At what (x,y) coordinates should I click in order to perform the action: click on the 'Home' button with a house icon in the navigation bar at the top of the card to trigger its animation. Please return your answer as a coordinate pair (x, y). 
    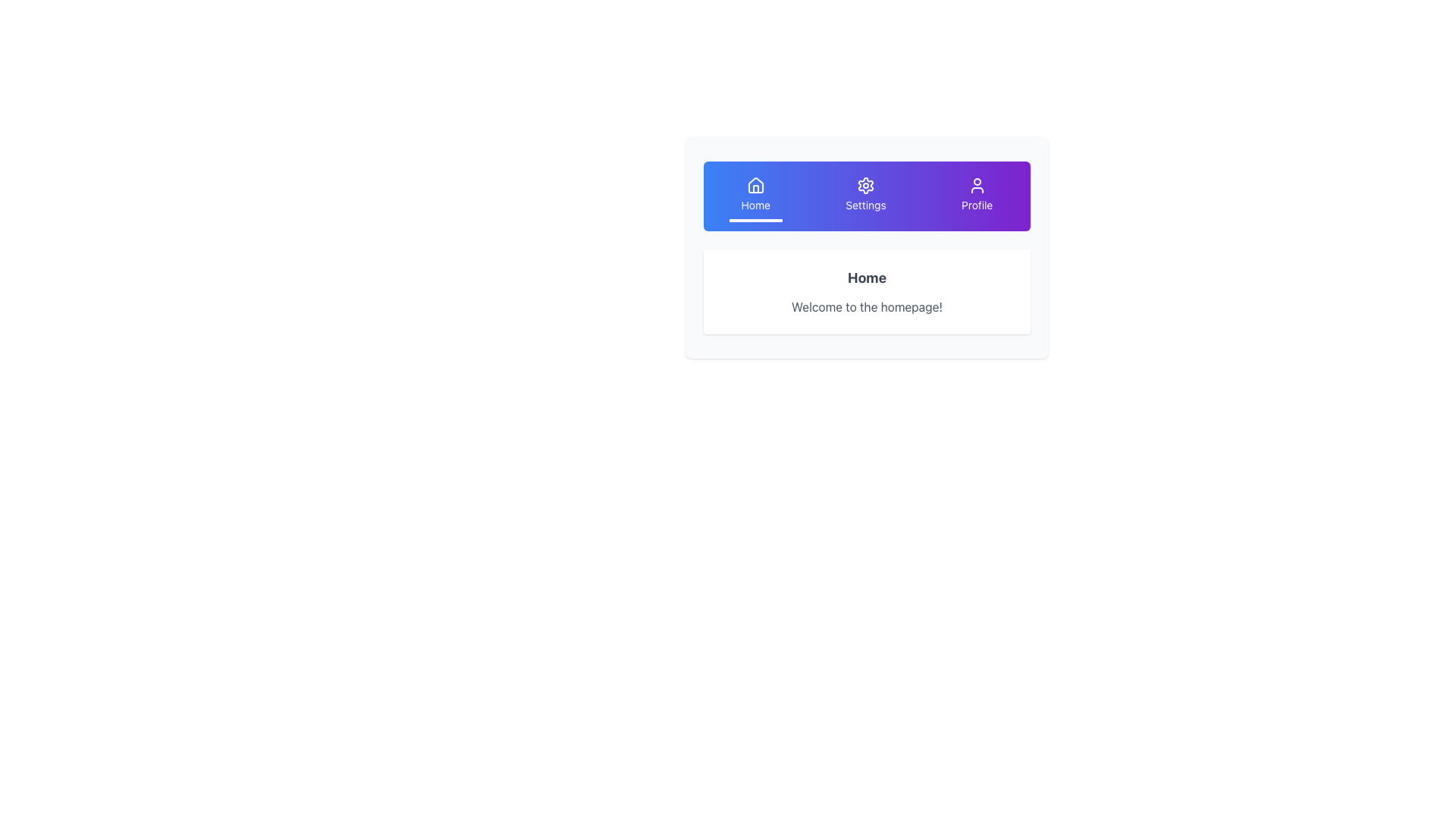
    Looking at the image, I should click on (755, 195).